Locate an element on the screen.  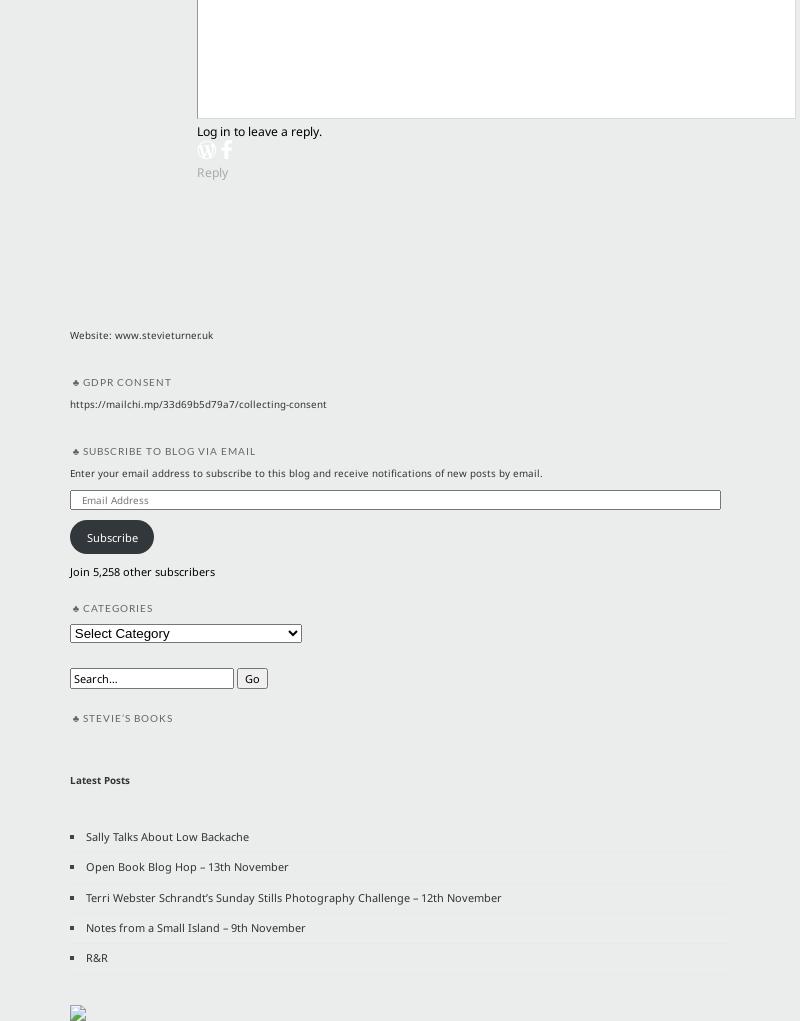
'Sally Talks About Low Backache' is located at coordinates (84, 835).